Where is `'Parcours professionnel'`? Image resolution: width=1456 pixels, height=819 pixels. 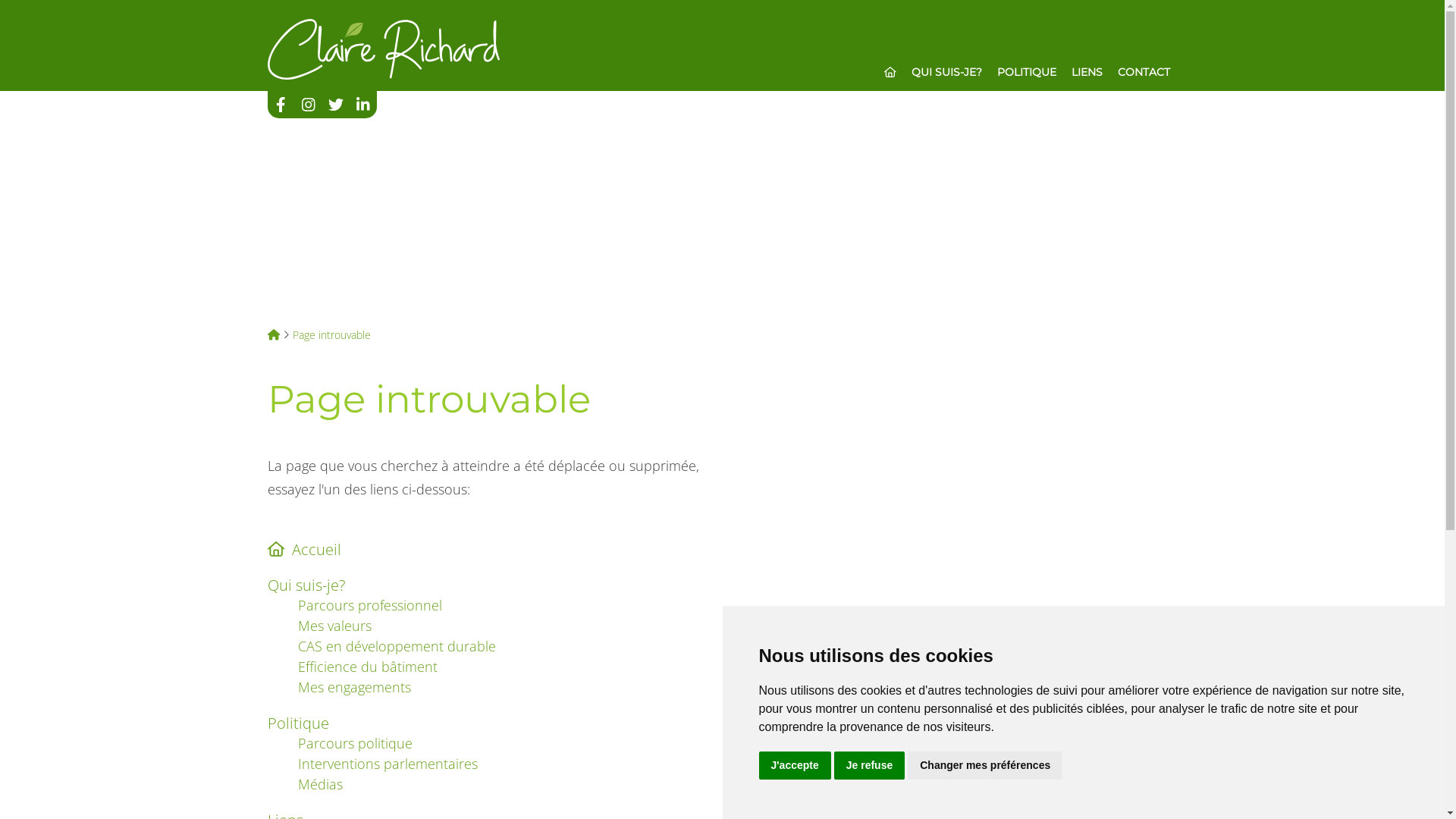
'Parcours professionnel' is located at coordinates (369, 604).